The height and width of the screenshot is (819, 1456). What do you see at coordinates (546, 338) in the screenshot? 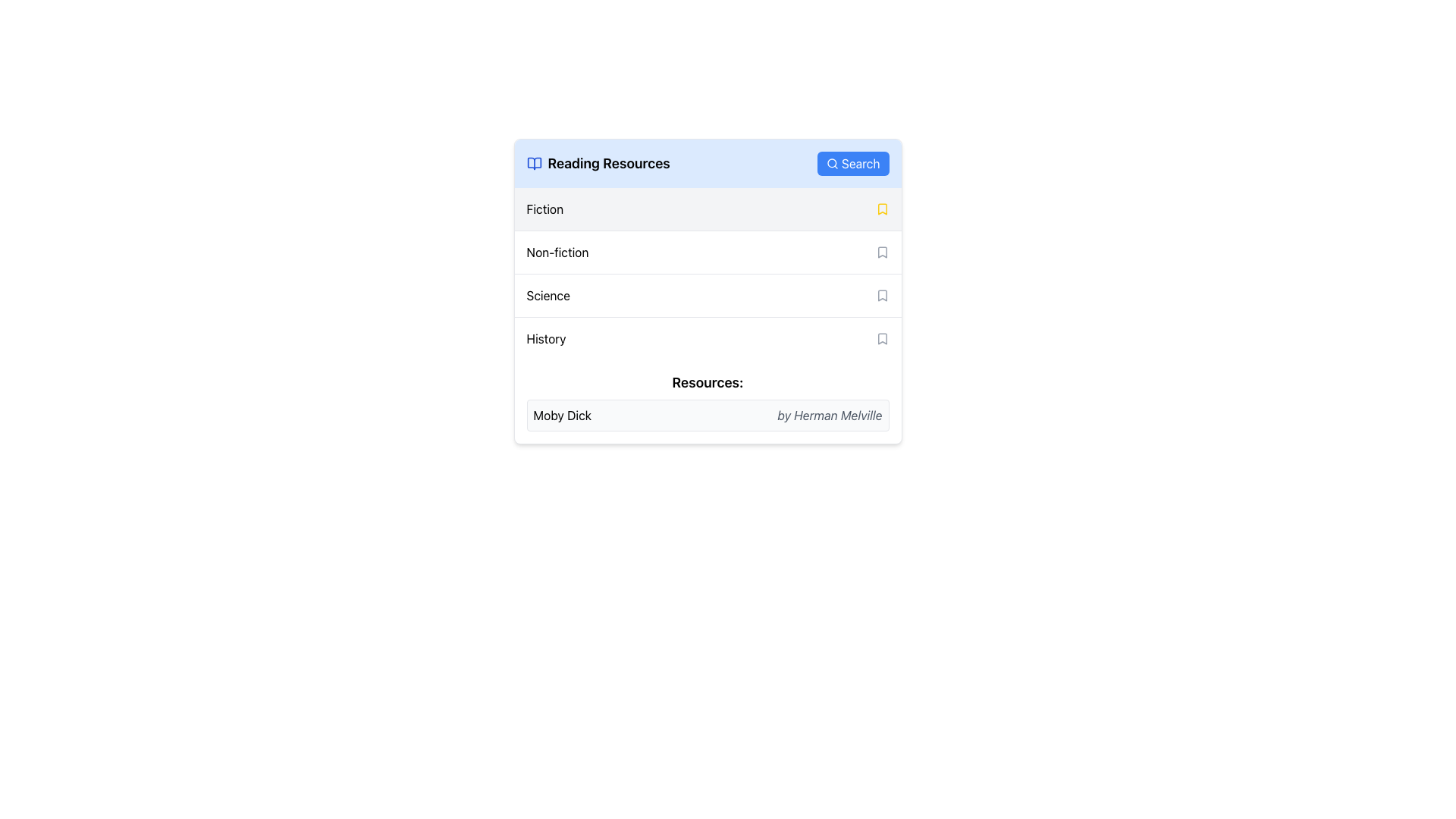
I see `the 'History' text label in the vertical list of categories` at bounding box center [546, 338].